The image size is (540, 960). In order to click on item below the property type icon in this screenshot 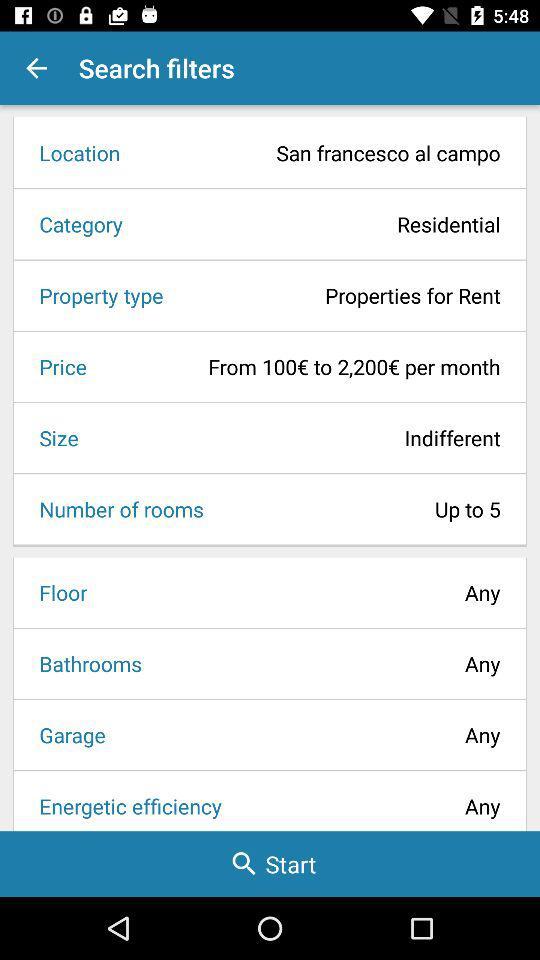, I will do `click(56, 365)`.